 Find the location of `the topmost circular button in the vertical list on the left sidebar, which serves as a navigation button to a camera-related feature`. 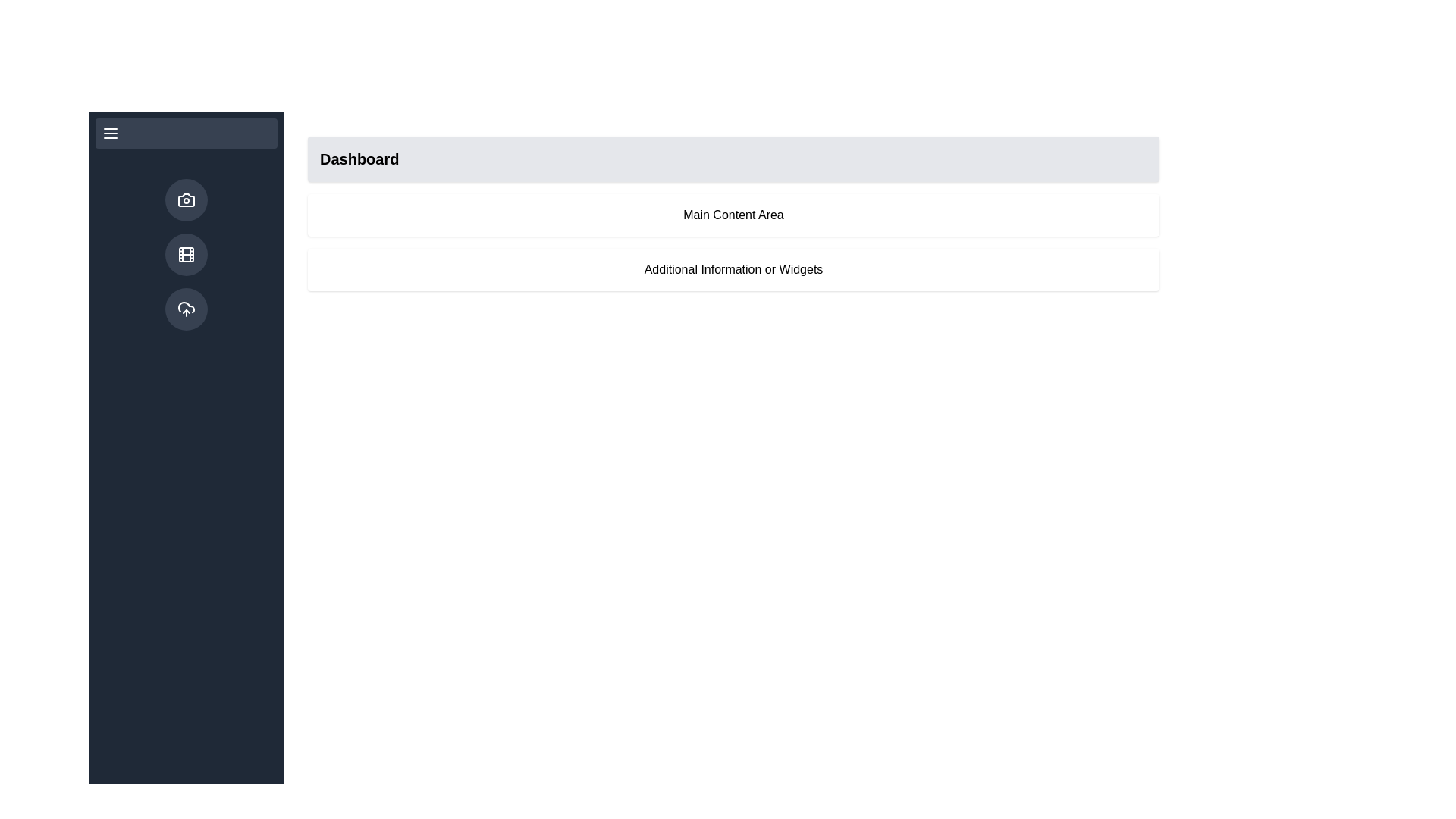

the topmost circular button in the vertical list on the left sidebar, which serves as a navigation button to a camera-related feature is located at coordinates (185, 199).